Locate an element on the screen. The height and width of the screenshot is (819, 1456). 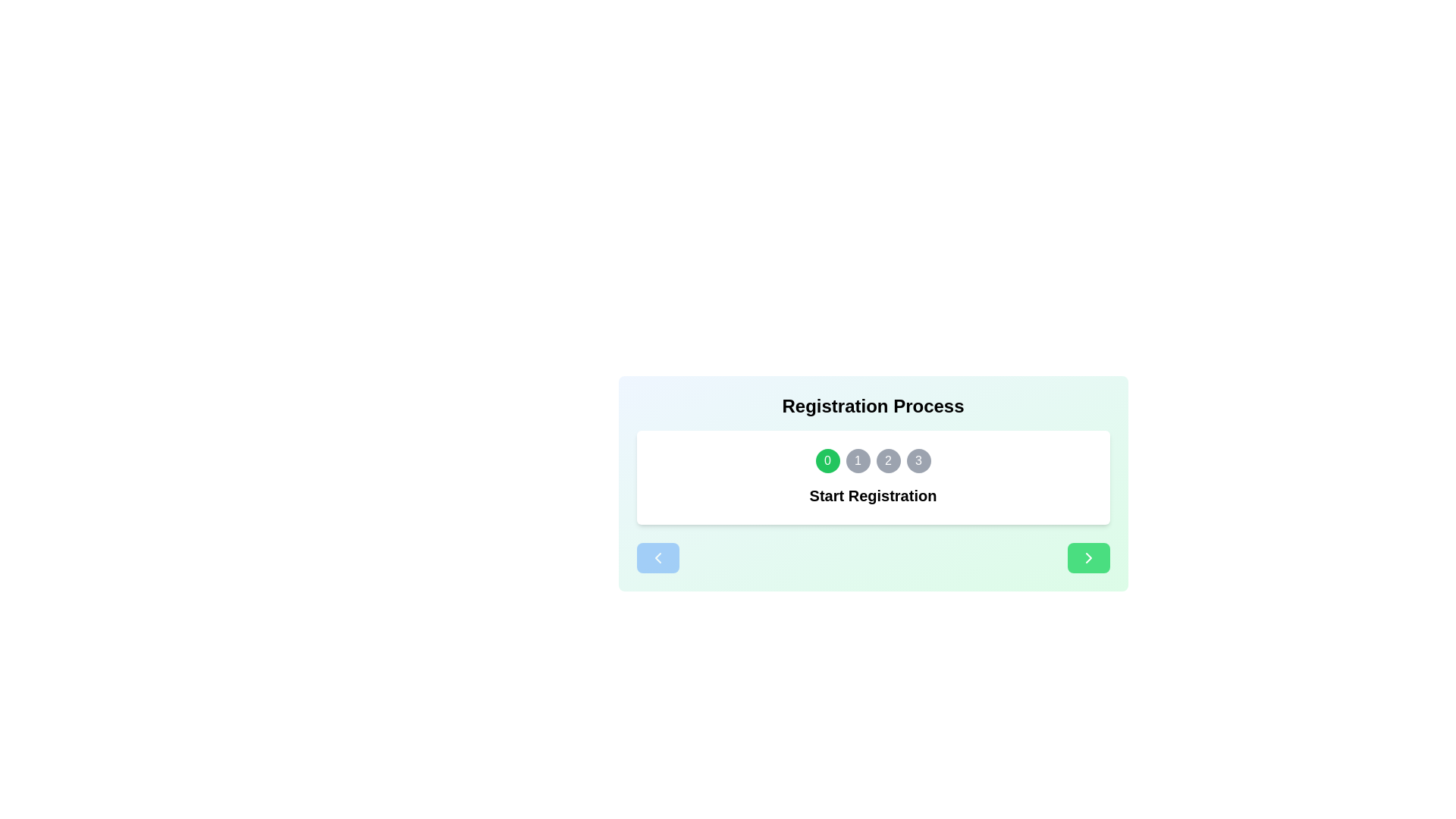
the right navigation button is located at coordinates (1087, 558).